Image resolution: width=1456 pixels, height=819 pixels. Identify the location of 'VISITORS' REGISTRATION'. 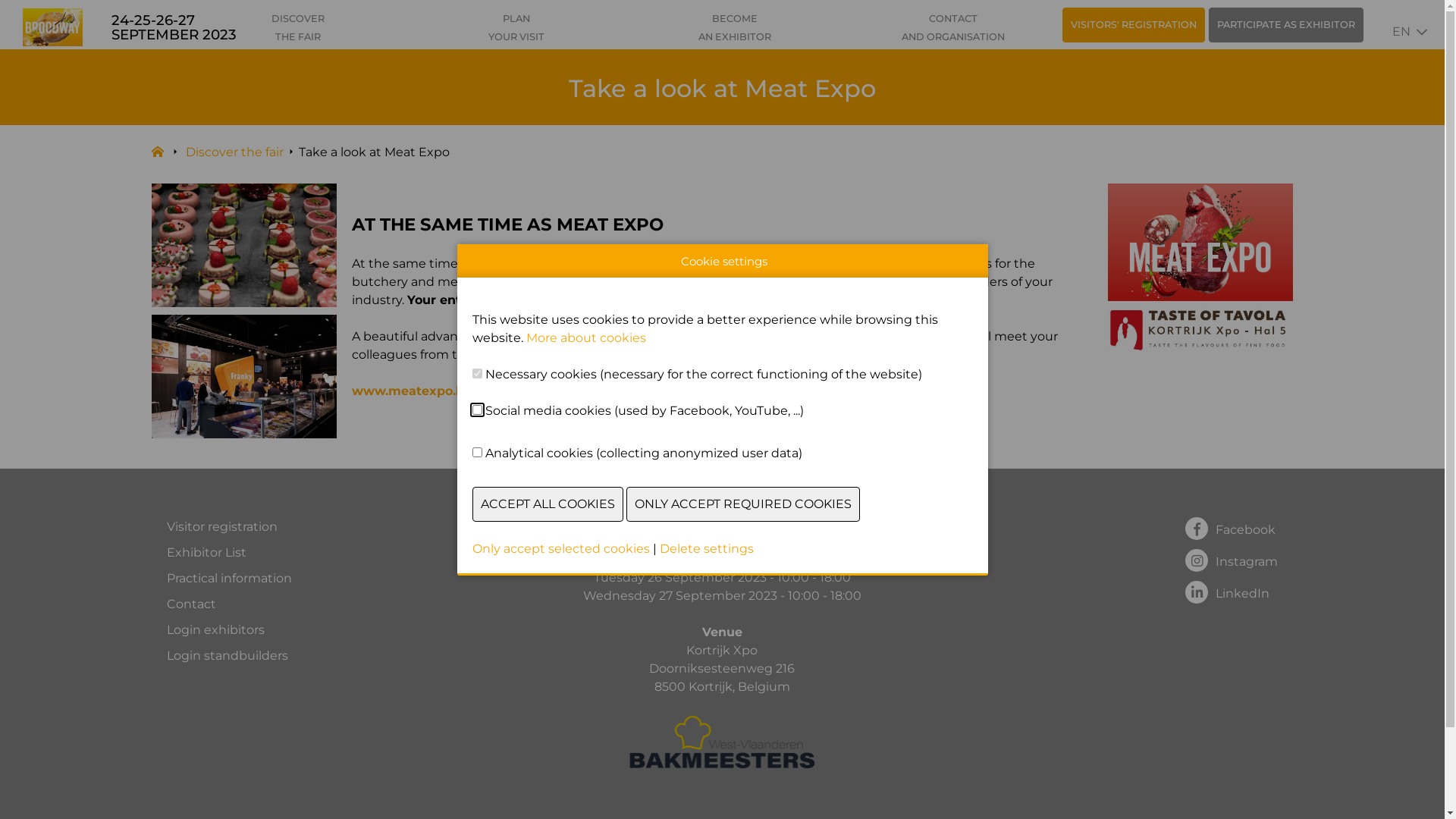
(1062, 25).